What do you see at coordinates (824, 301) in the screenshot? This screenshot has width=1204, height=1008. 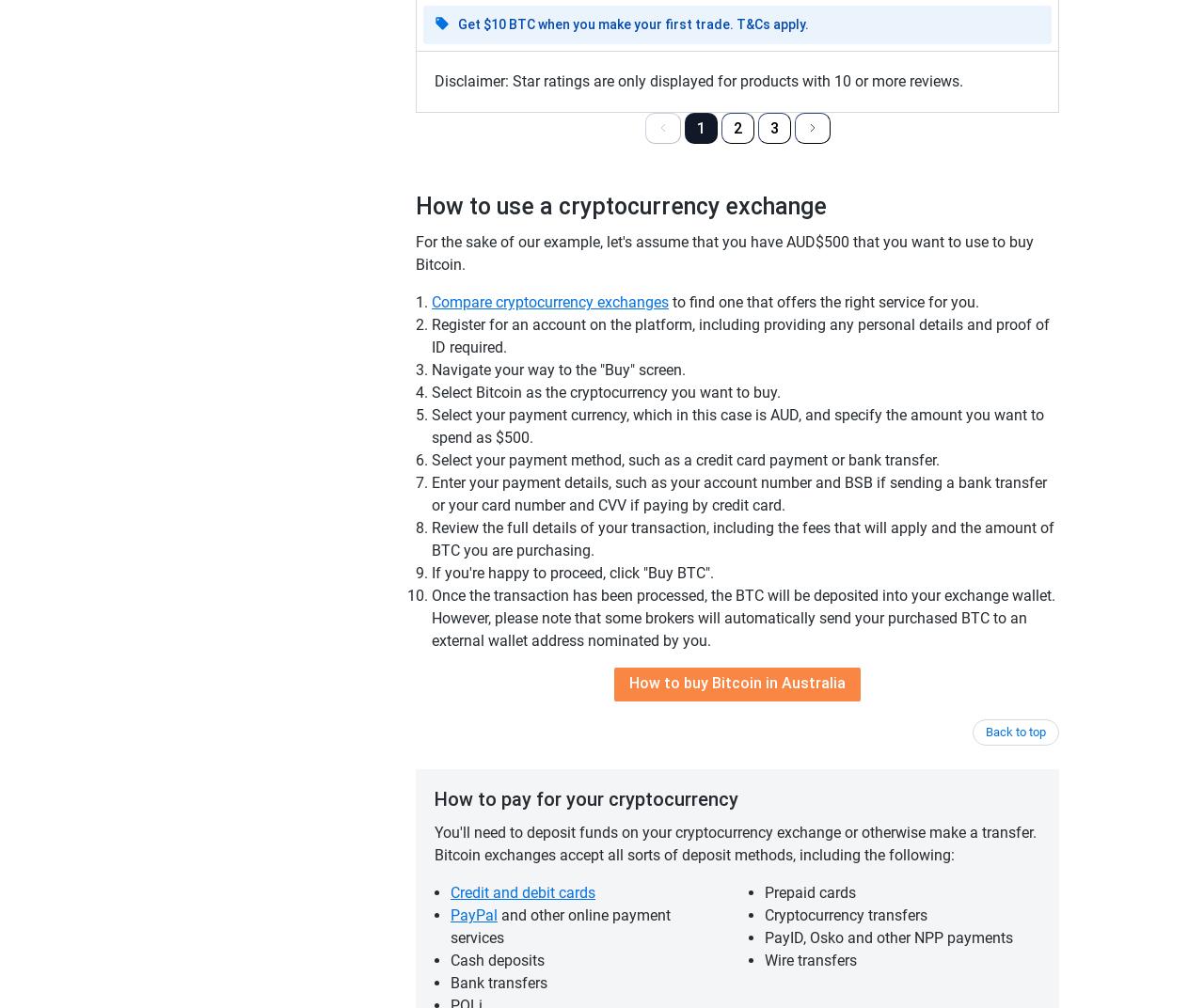 I see `'to find one that offers the right service for you.'` at bounding box center [824, 301].